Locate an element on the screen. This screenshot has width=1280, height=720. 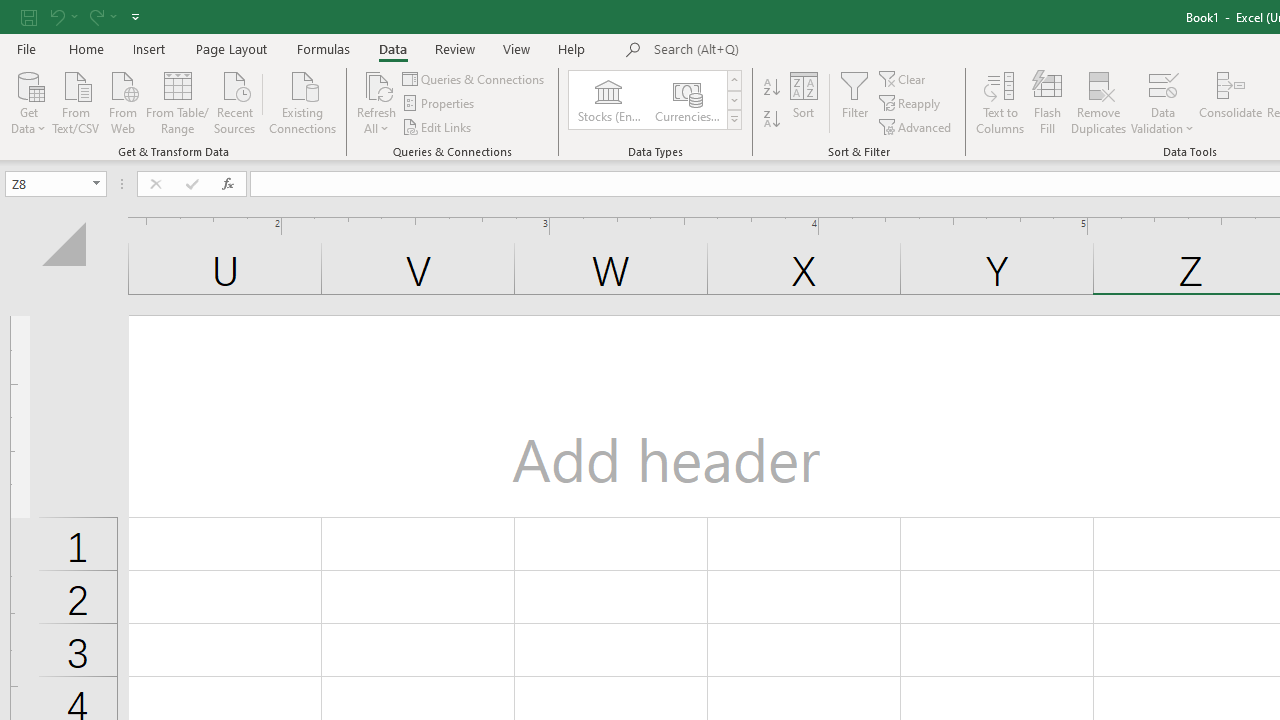
'Data Types' is located at coordinates (733, 120).